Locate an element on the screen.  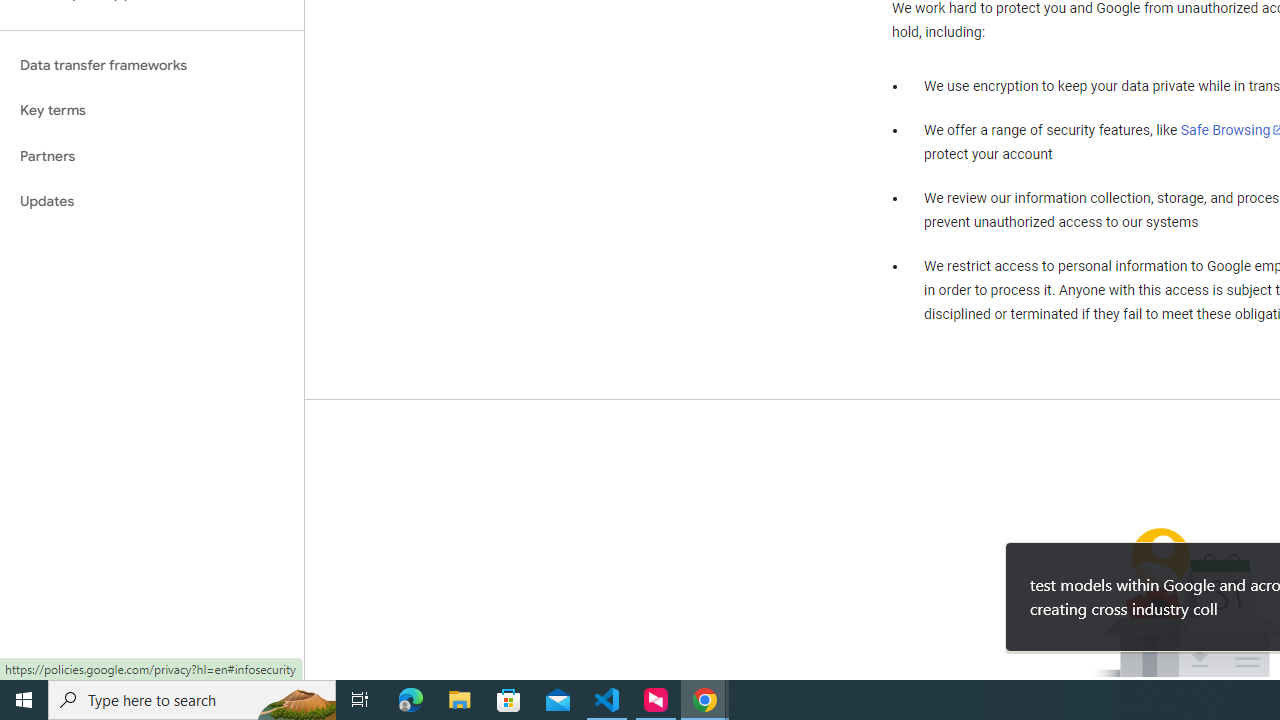
'Partners' is located at coordinates (151, 155).